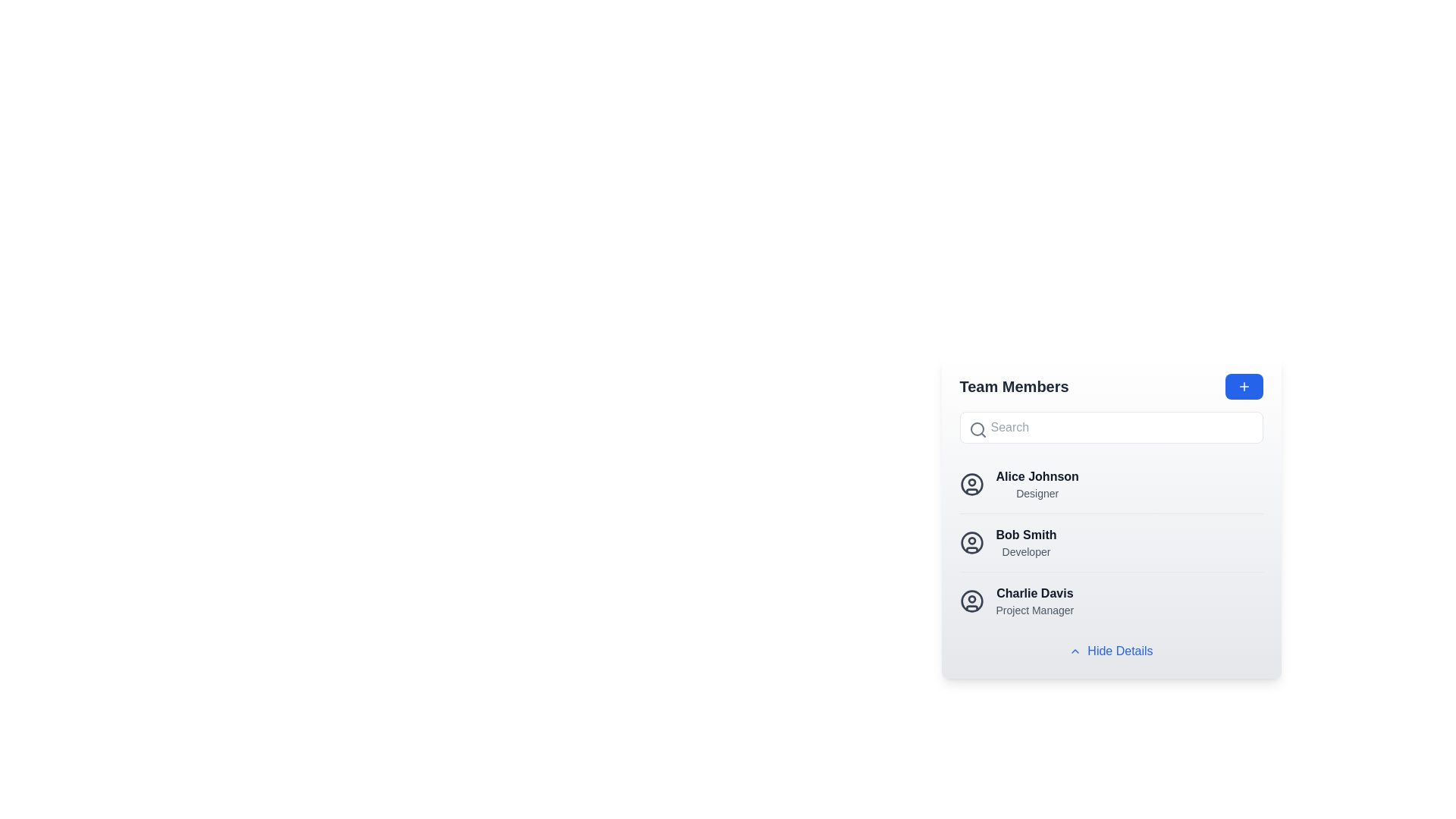 The image size is (1456, 819). What do you see at coordinates (971, 601) in the screenshot?
I see `the user profile icon representing Charlie Davis, located to the left of the 'Charlie Davis' text and 'Project Manager' subtitle in the third row of the 'Team Members' list section` at bounding box center [971, 601].